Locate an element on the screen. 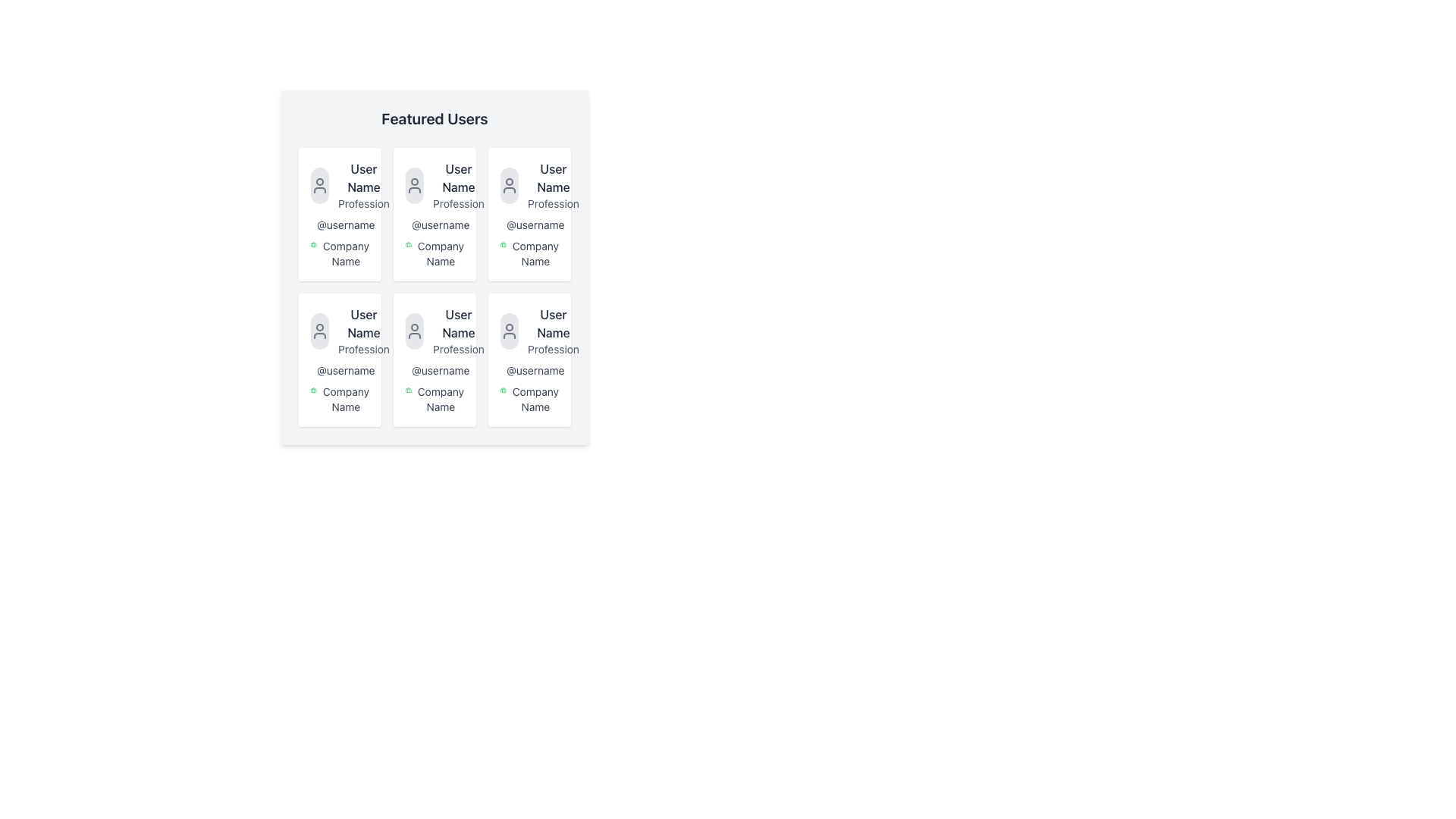 This screenshot has height=819, width=1456. the icon representing the 'Company Name' section located in the first row, third column card under 'Featured Users' is located at coordinates (503, 244).